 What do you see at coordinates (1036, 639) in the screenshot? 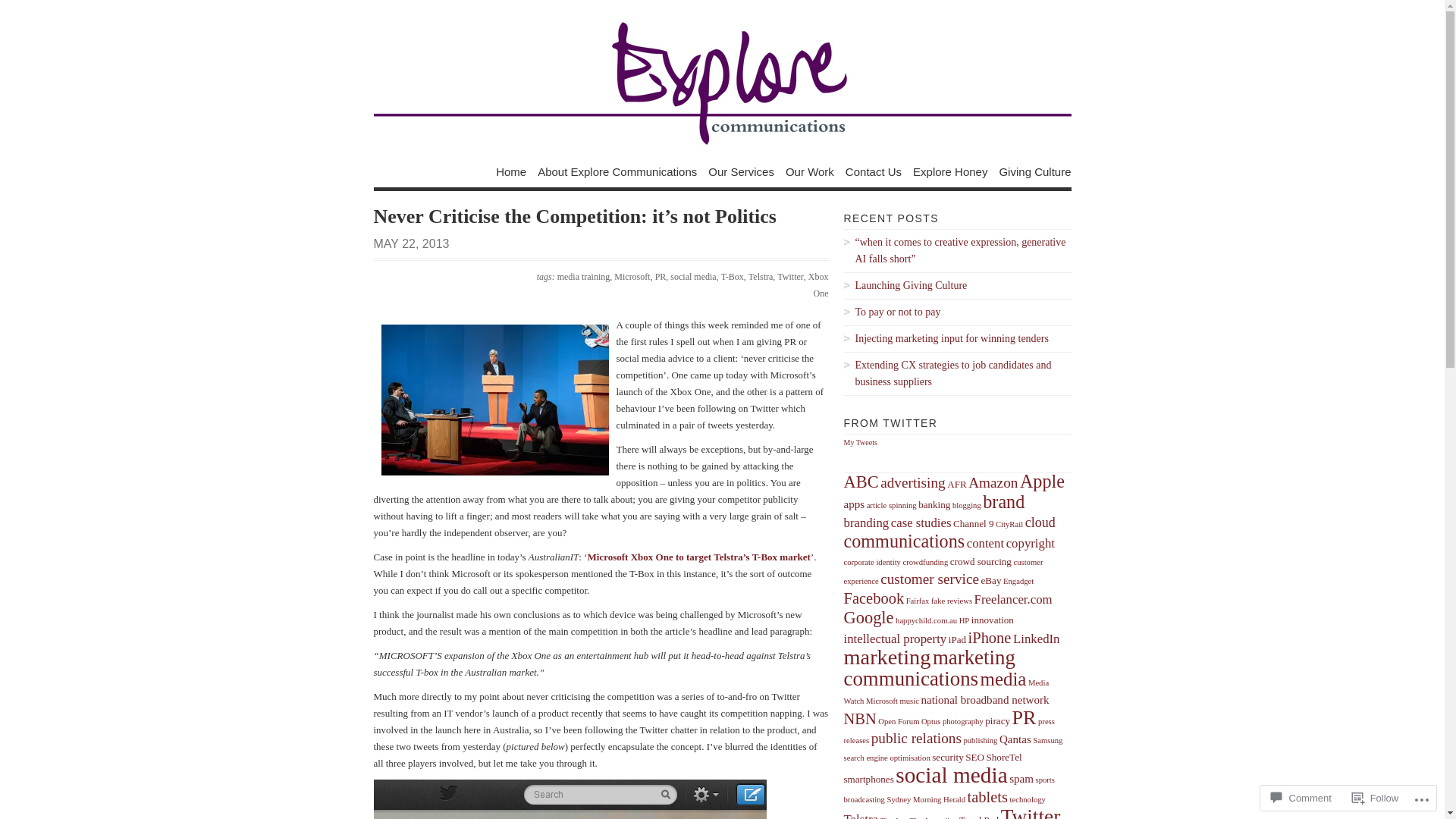
I see `'LinkedIn'` at bounding box center [1036, 639].